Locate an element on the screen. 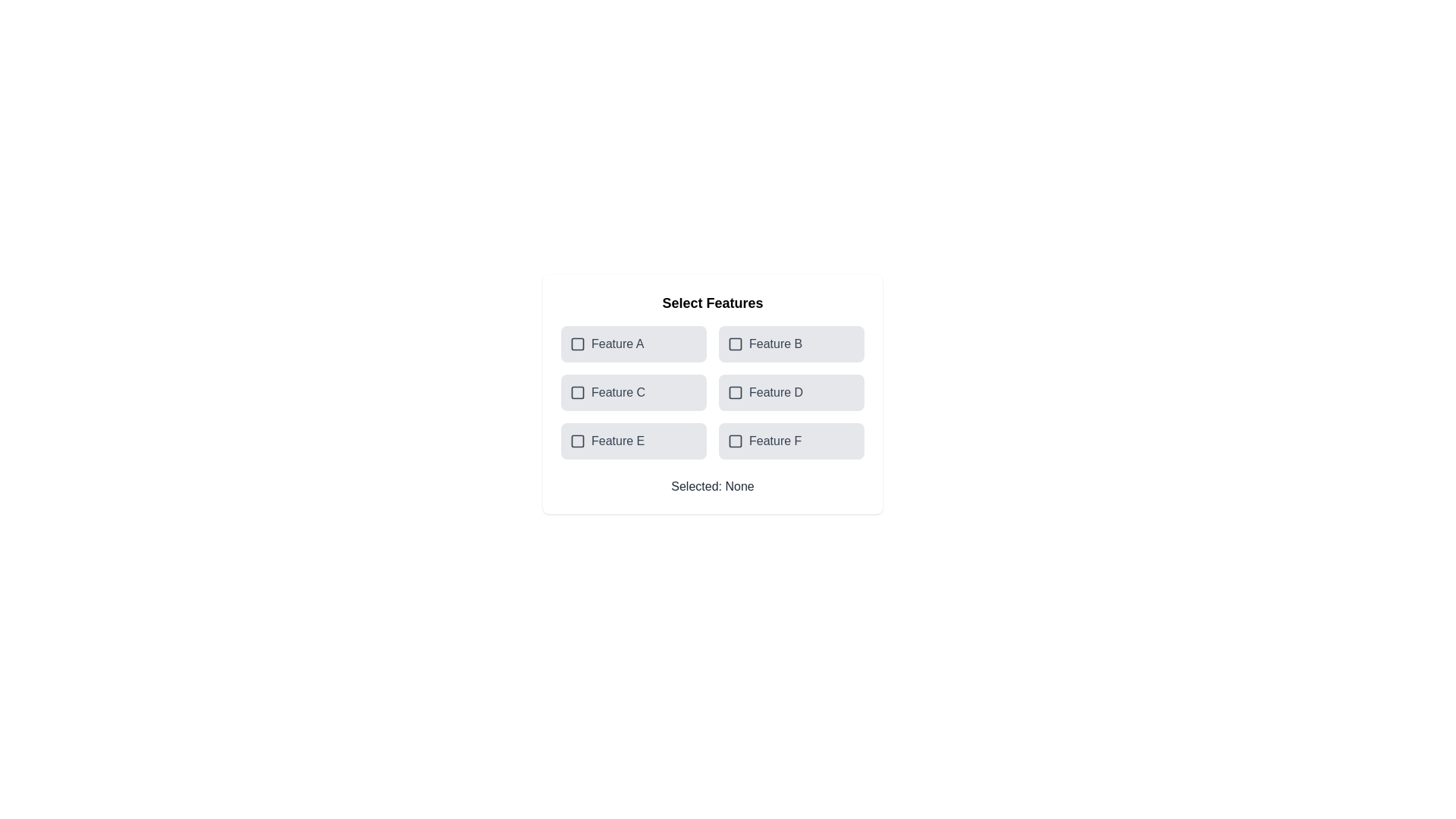 This screenshot has height=819, width=1456. the 'Feature E' checkbox button located at the bottom-left corner of the grid layout is located at coordinates (633, 441).